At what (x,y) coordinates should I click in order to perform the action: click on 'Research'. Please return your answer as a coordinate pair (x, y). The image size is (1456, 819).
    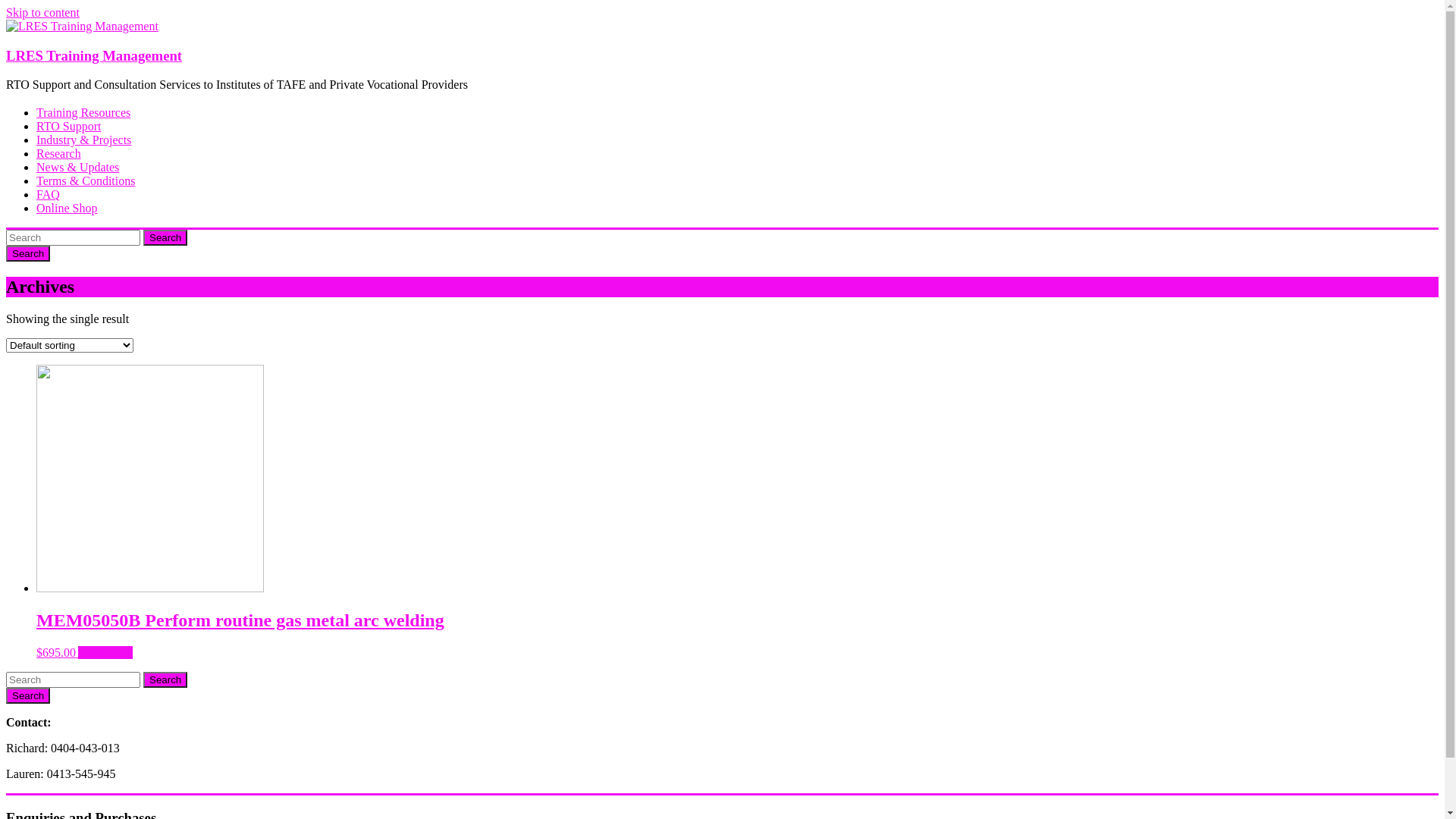
    Looking at the image, I should click on (58, 153).